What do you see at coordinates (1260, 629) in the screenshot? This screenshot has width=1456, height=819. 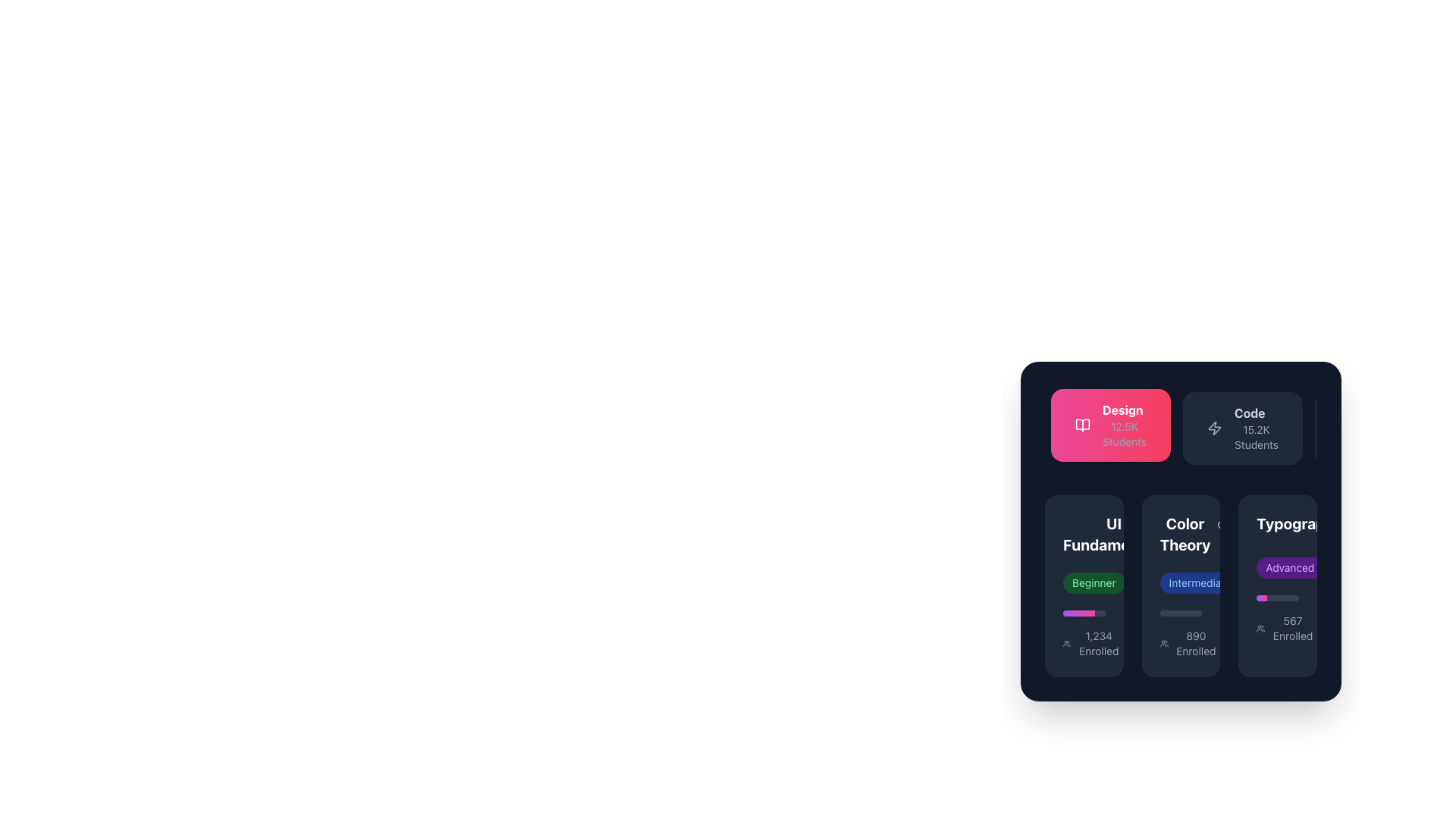 I see `the icon indicating the total number of enrolled participants, located to the left of the text '567 Enrolled'` at bounding box center [1260, 629].